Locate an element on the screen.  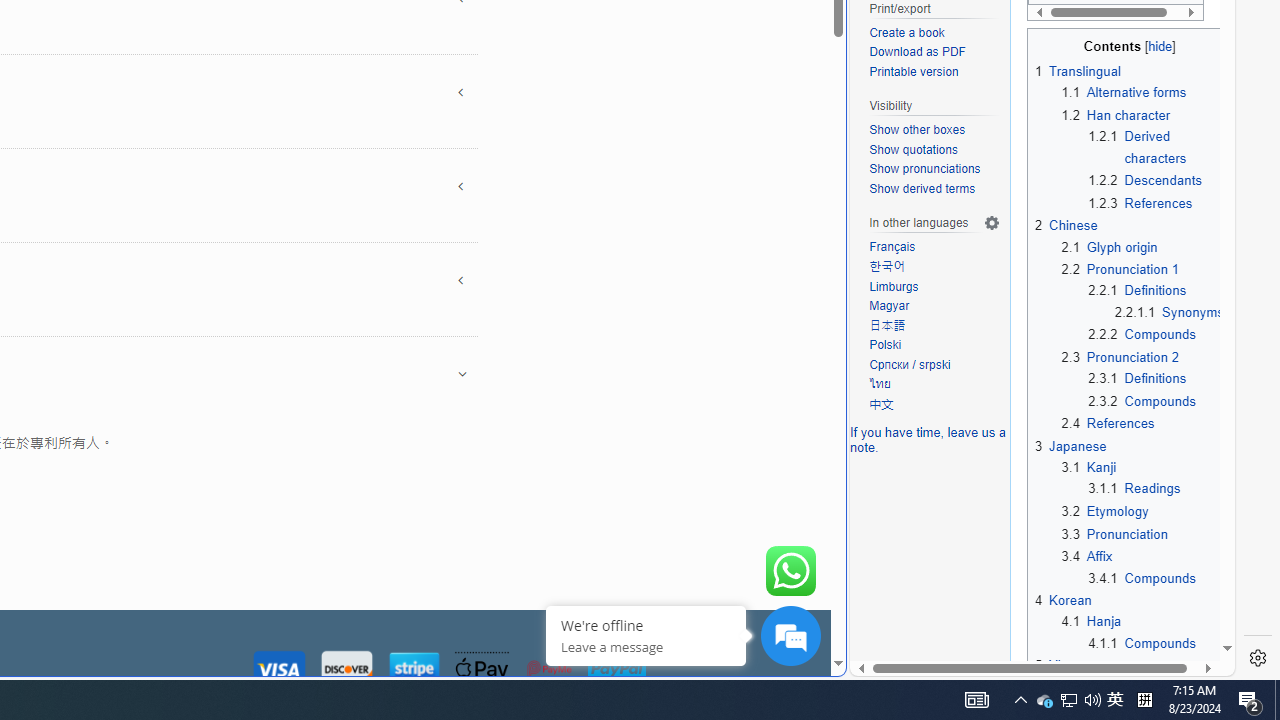
'1.2.1Derived characters' is located at coordinates (1156, 146).